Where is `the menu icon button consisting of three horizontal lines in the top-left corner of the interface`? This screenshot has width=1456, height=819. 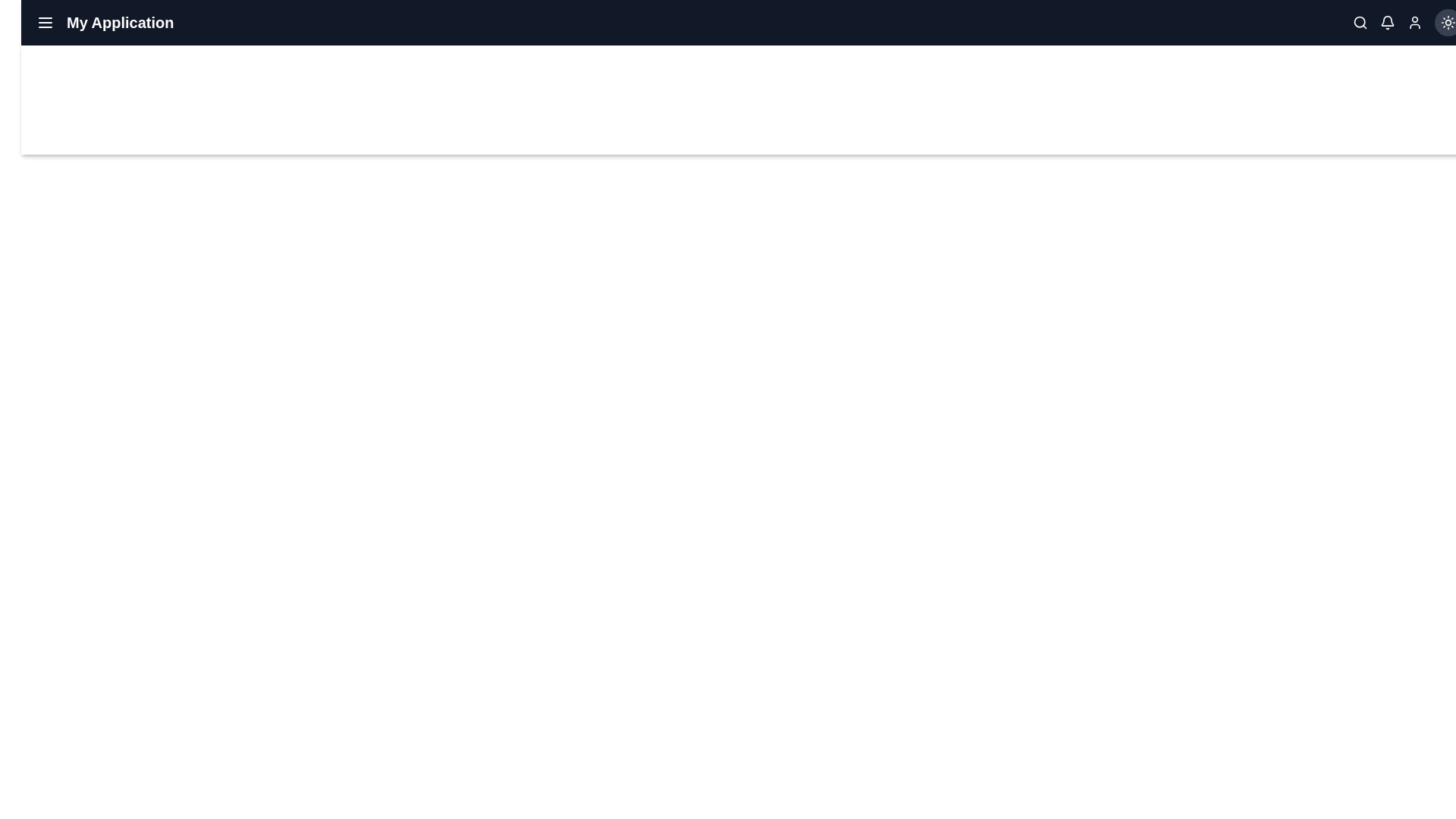
the menu icon button consisting of three horizontal lines in the top-left corner of the interface is located at coordinates (45, 23).